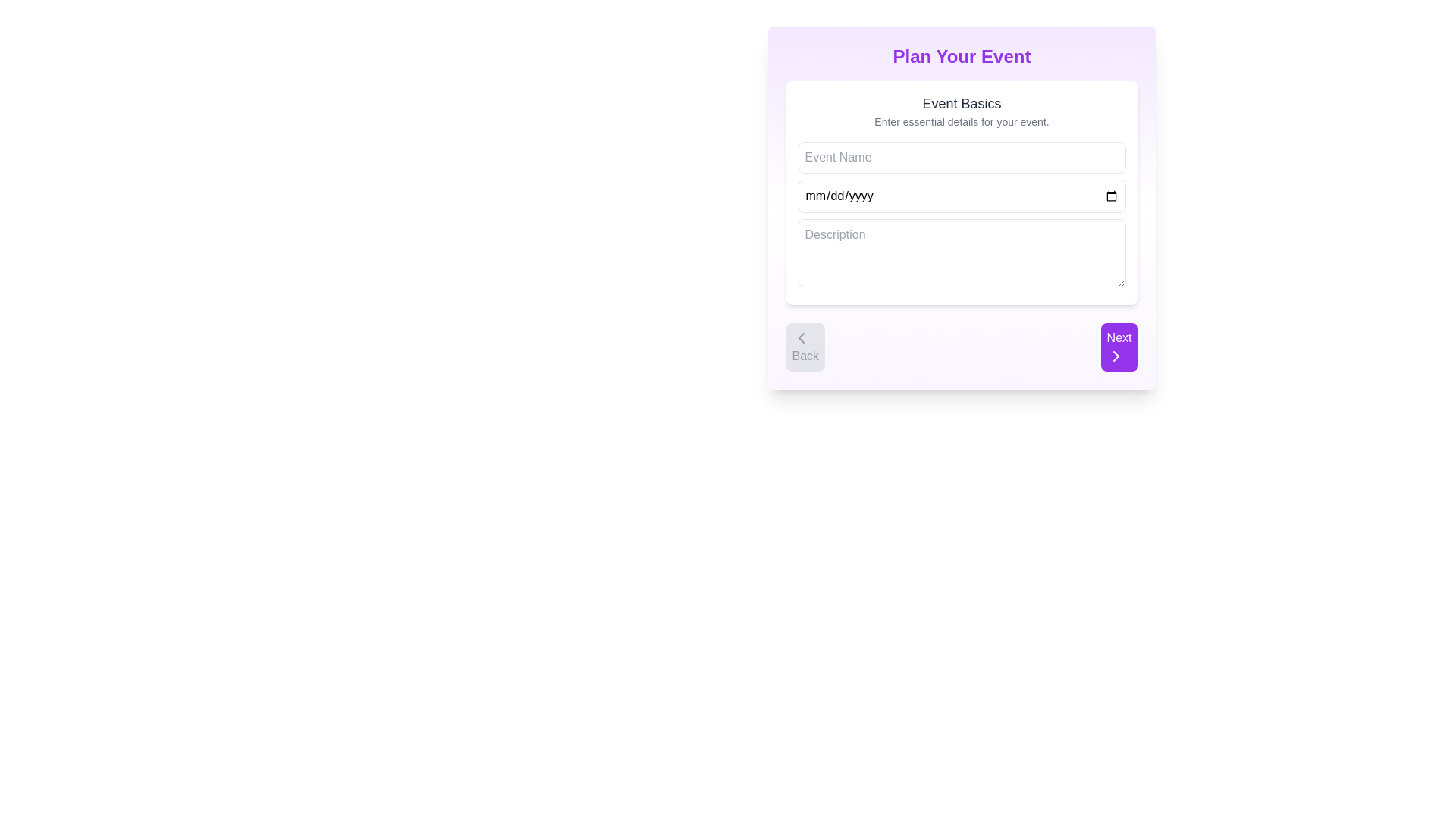  What do you see at coordinates (800, 337) in the screenshot?
I see `the back icon located inside the 'Back' button at the bottom left corner of the 'Plan Your Event' section` at bounding box center [800, 337].